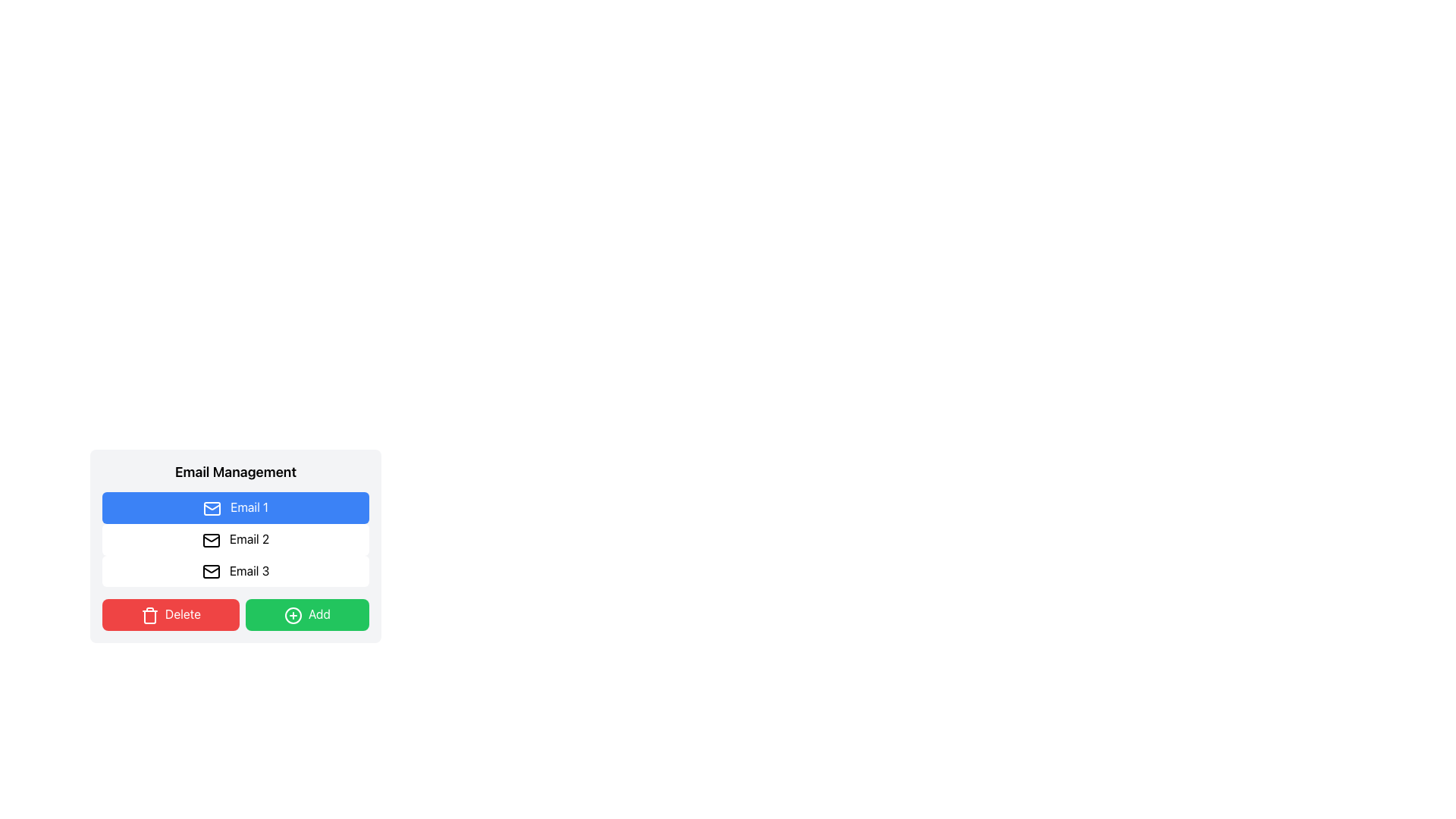 The width and height of the screenshot is (1456, 819). I want to click on the second button from the left in the bottom button arrangement for adding new items, located next to the red 'Delete' button, so click(306, 615).